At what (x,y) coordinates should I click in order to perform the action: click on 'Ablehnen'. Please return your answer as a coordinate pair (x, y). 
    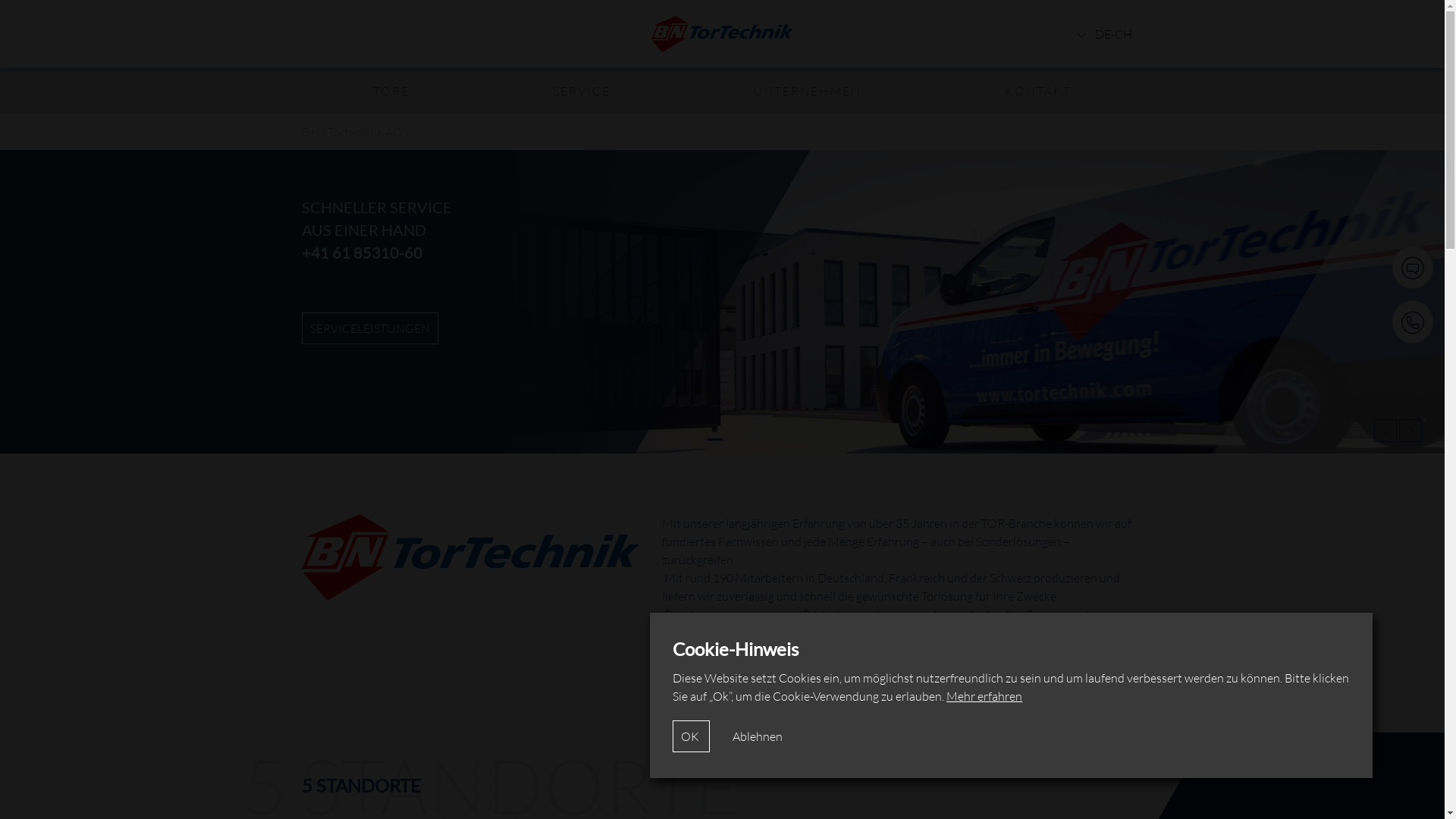
    Looking at the image, I should click on (757, 736).